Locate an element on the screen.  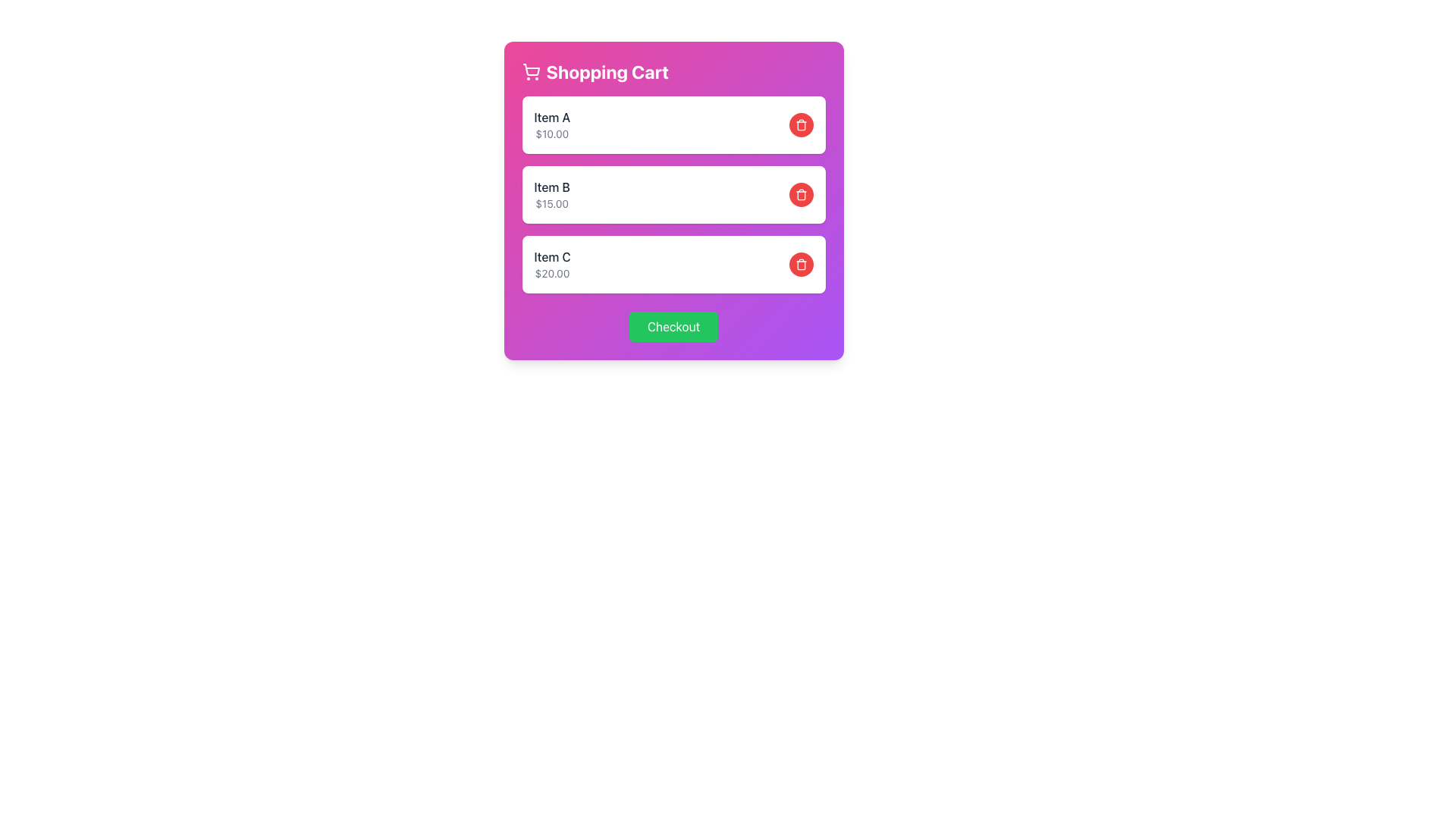
the price text label for 'Item A' in the shopping cart, which is located directly below the corresponding item label is located at coordinates (551, 133).